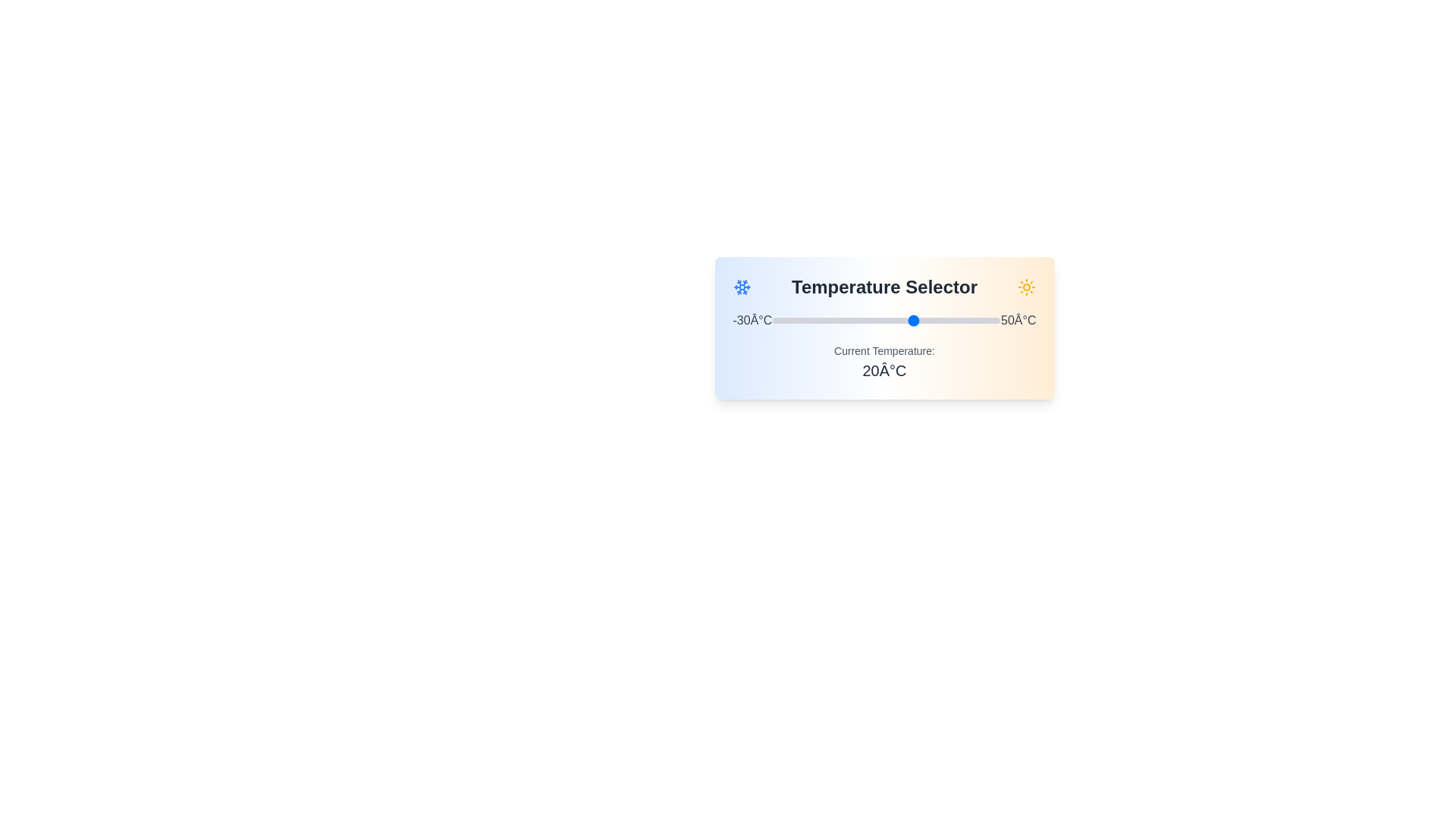 This screenshot has height=819, width=1456. What do you see at coordinates (909, 320) in the screenshot?
I see `the temperature` at bounding box center [909, 320].